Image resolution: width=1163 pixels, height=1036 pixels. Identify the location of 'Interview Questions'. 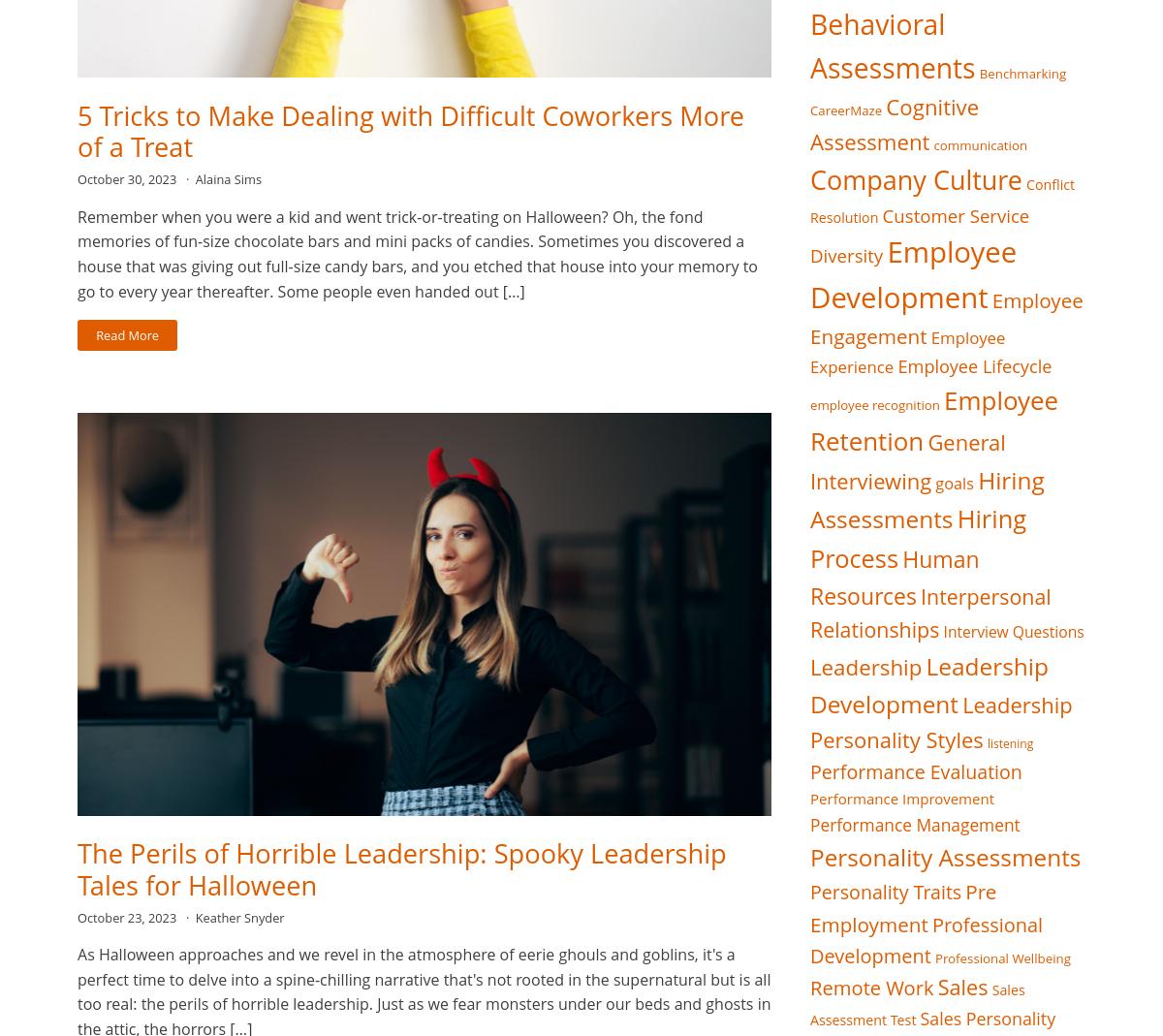
(1013, 630).